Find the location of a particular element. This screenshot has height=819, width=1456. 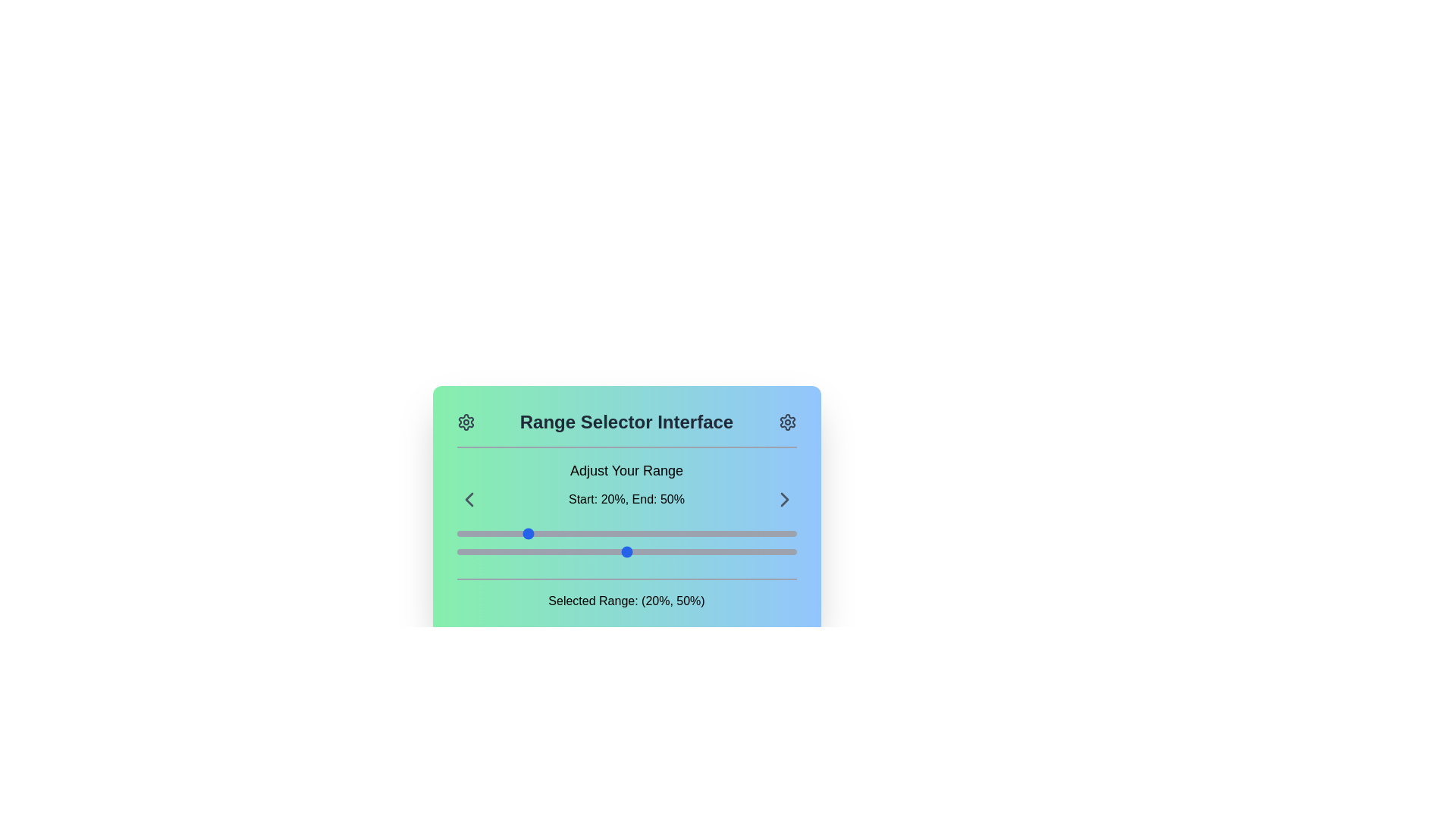

the slider is located at coordinates (773, 533).